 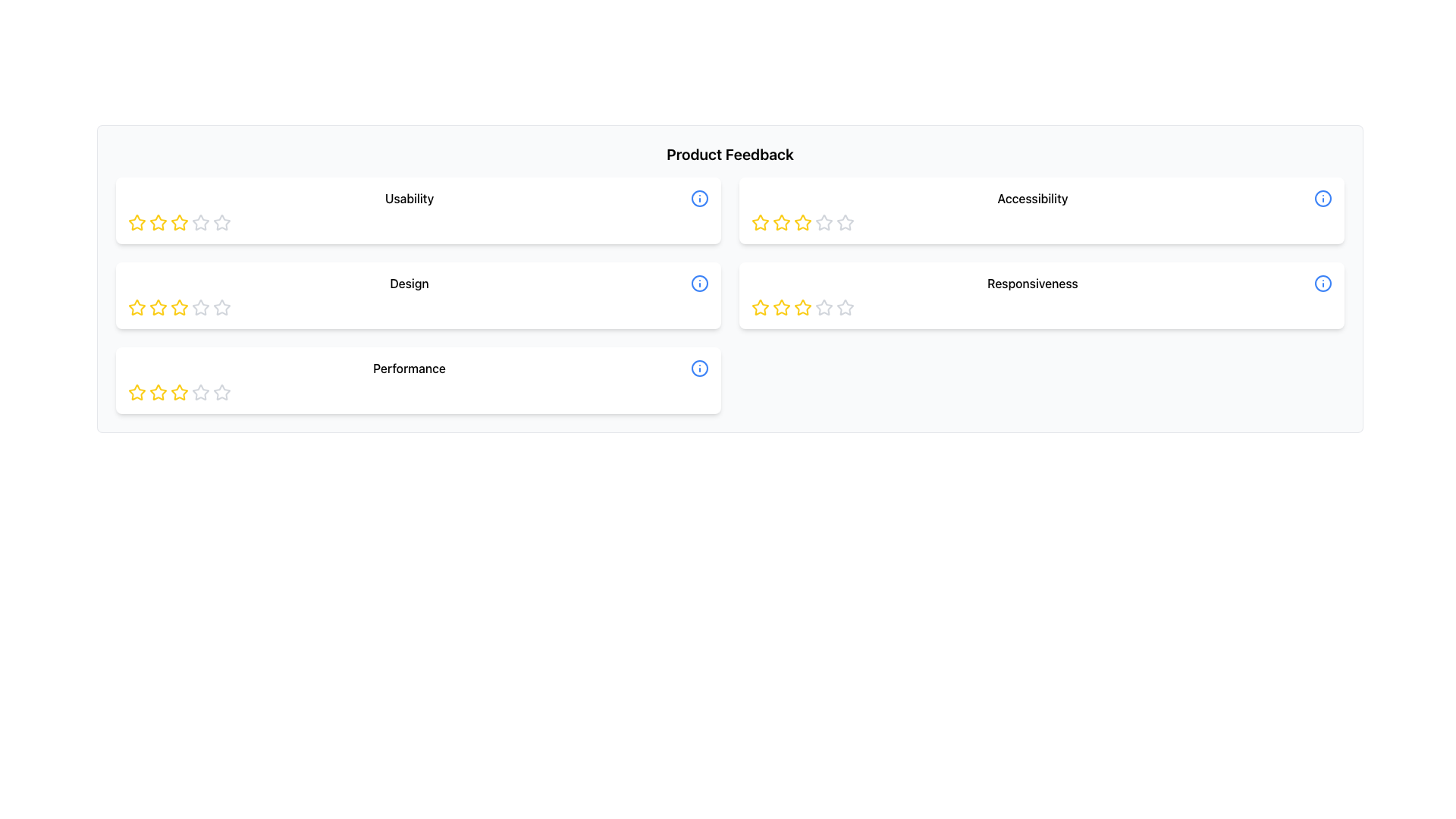 I want to click on the fourth star icon in the Accessibility feedback section, which is styled with a light gray stroke and has a hollow center, so click(x=844, y=222).